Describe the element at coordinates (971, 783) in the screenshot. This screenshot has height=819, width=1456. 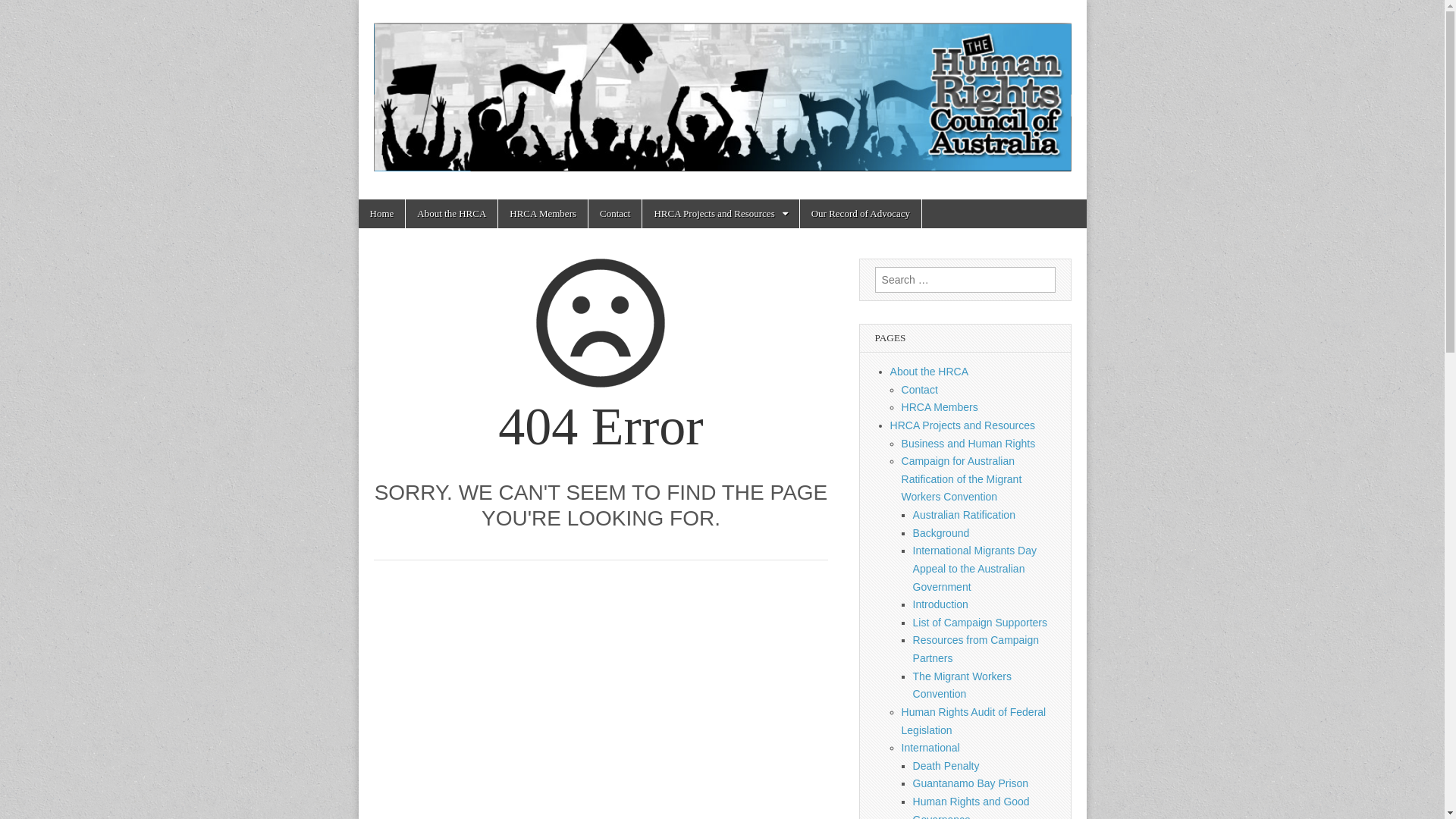
I see `'Guantanamo Bay Prison'` at that location.